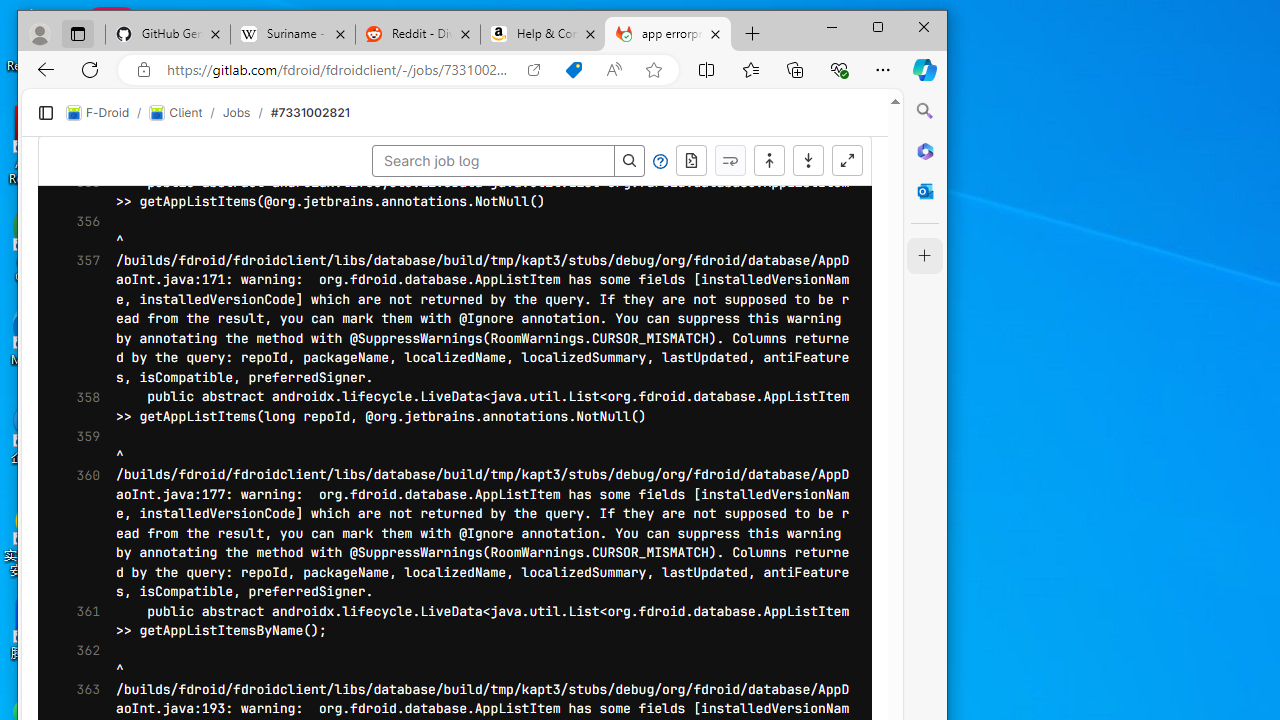 This screenshot has height=720, width=1280. Describe the element at coordinates (73, 429) in the screenshot. I see `'409'` at that location.